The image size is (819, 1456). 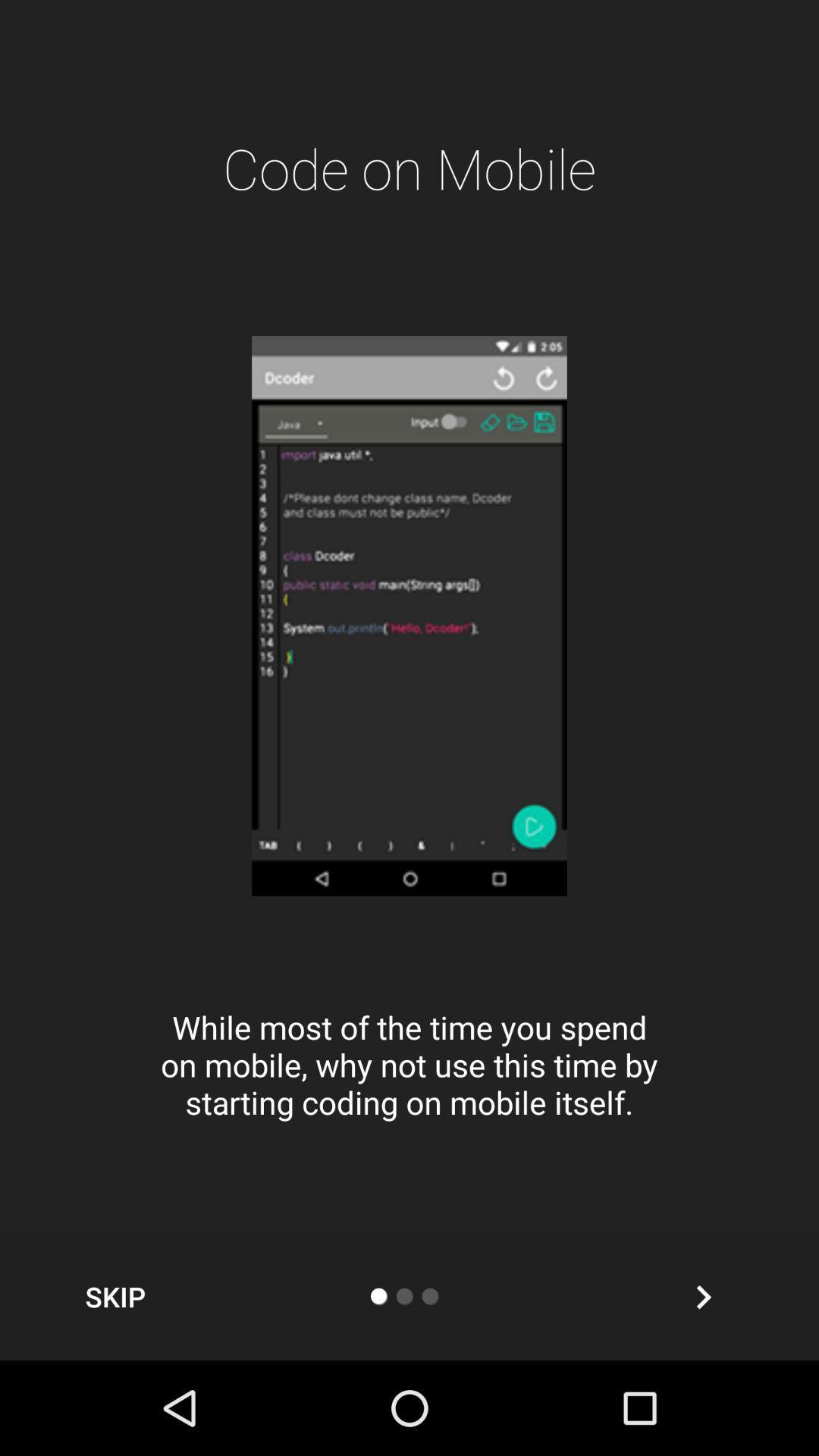 What do you see at coordinates (115, 1296) in the screenshot?
I see `the item at the bottom left corner` at bounding box center [115, 1296].